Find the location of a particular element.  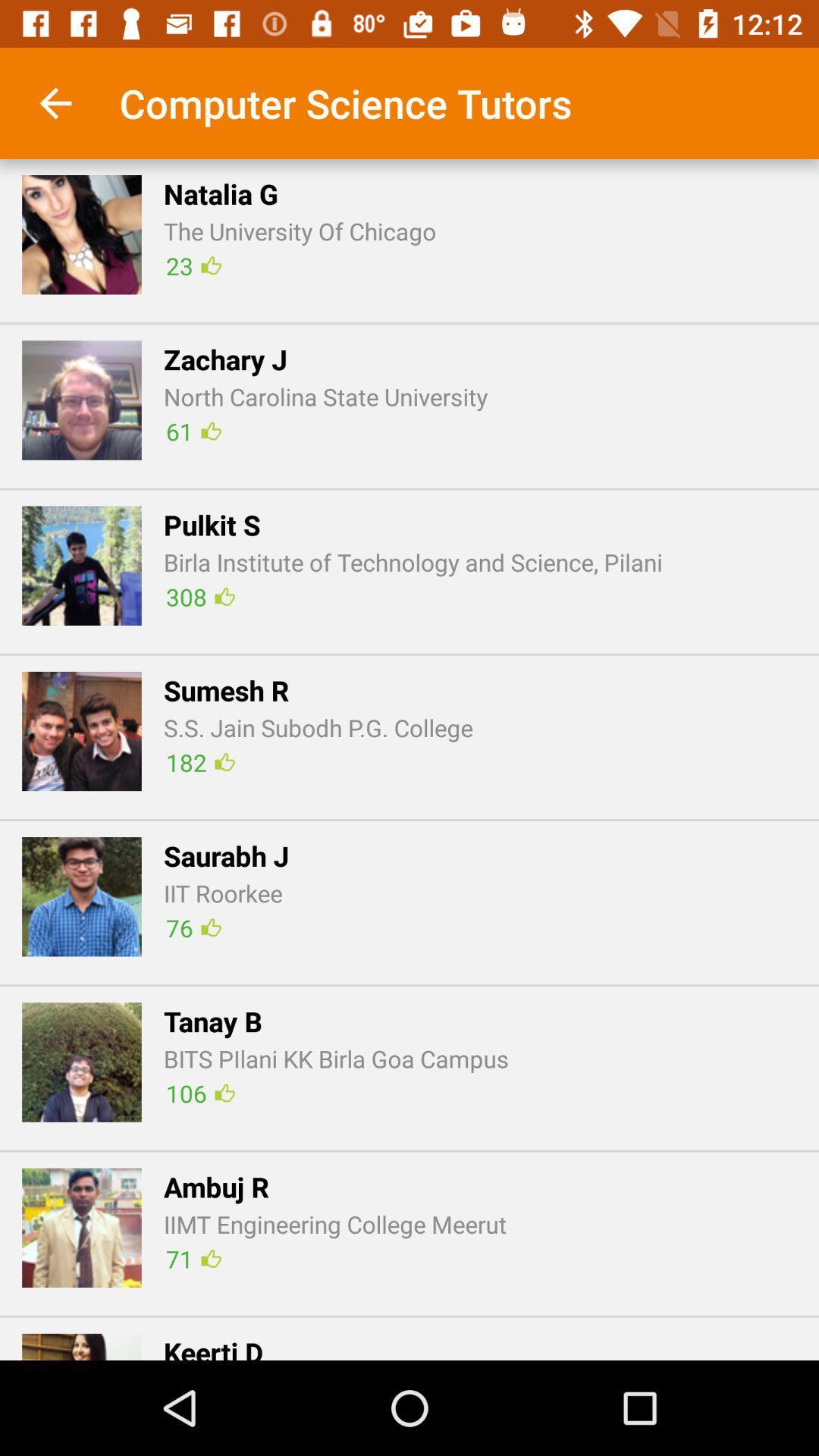

the icon next to the computer science tutors app is located at coordinates (55, 102).